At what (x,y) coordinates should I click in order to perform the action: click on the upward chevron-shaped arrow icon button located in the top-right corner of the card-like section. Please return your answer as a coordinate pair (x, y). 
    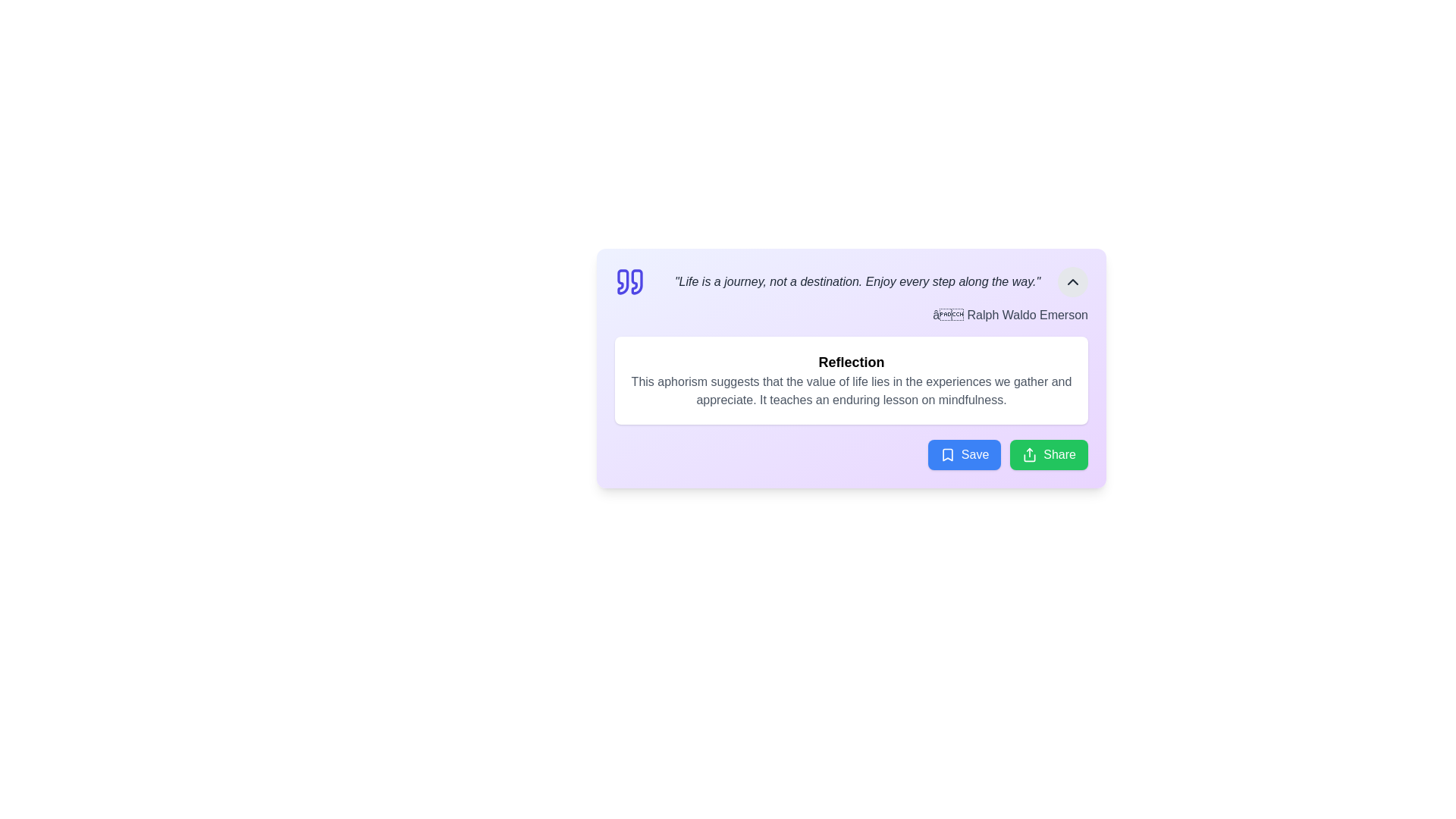
    Looking at the image, I should click on (1072, 281).